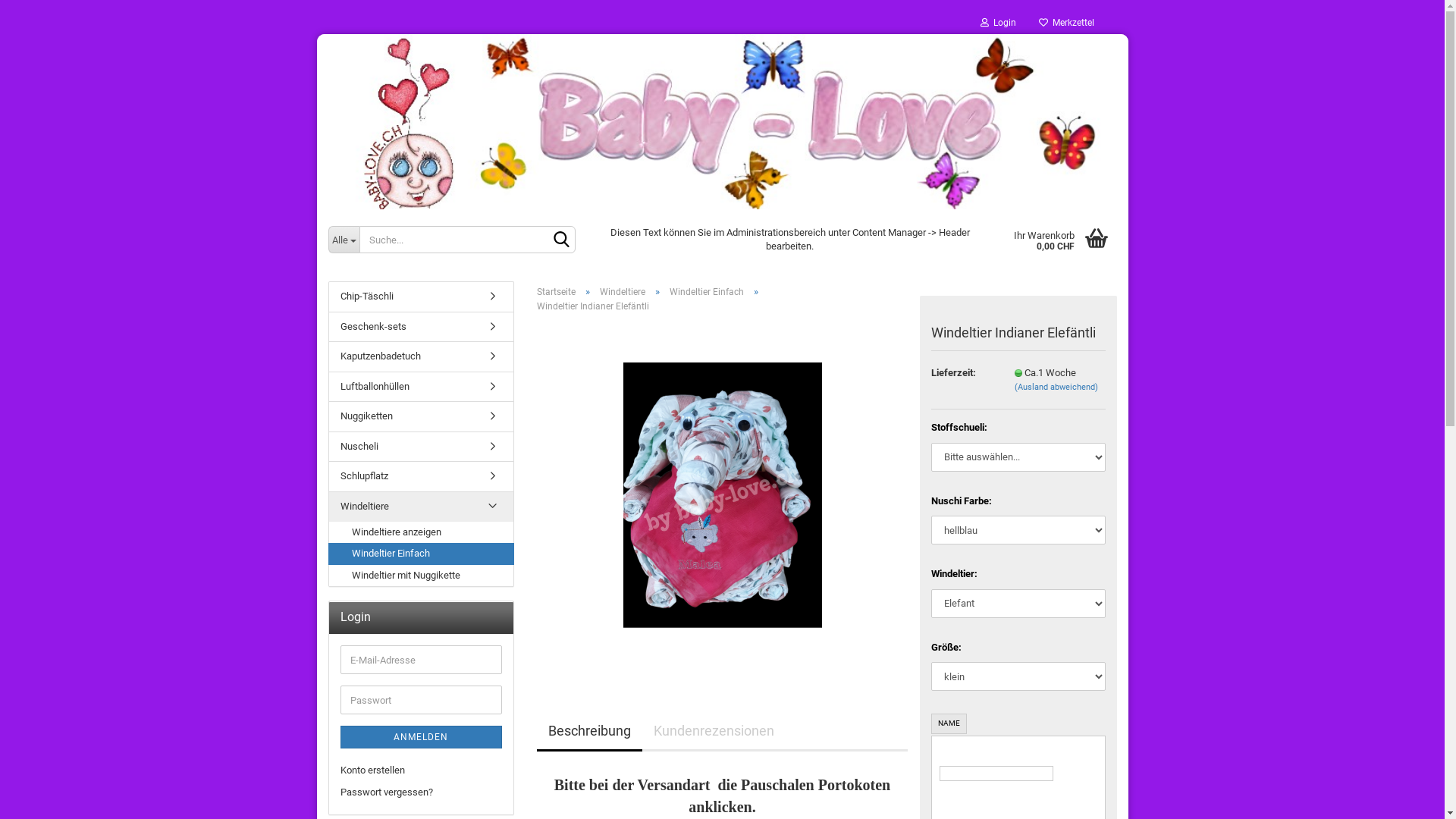 This screenshot has width=1456, height=819. I want to click on 'Alle', so click(342, 239).